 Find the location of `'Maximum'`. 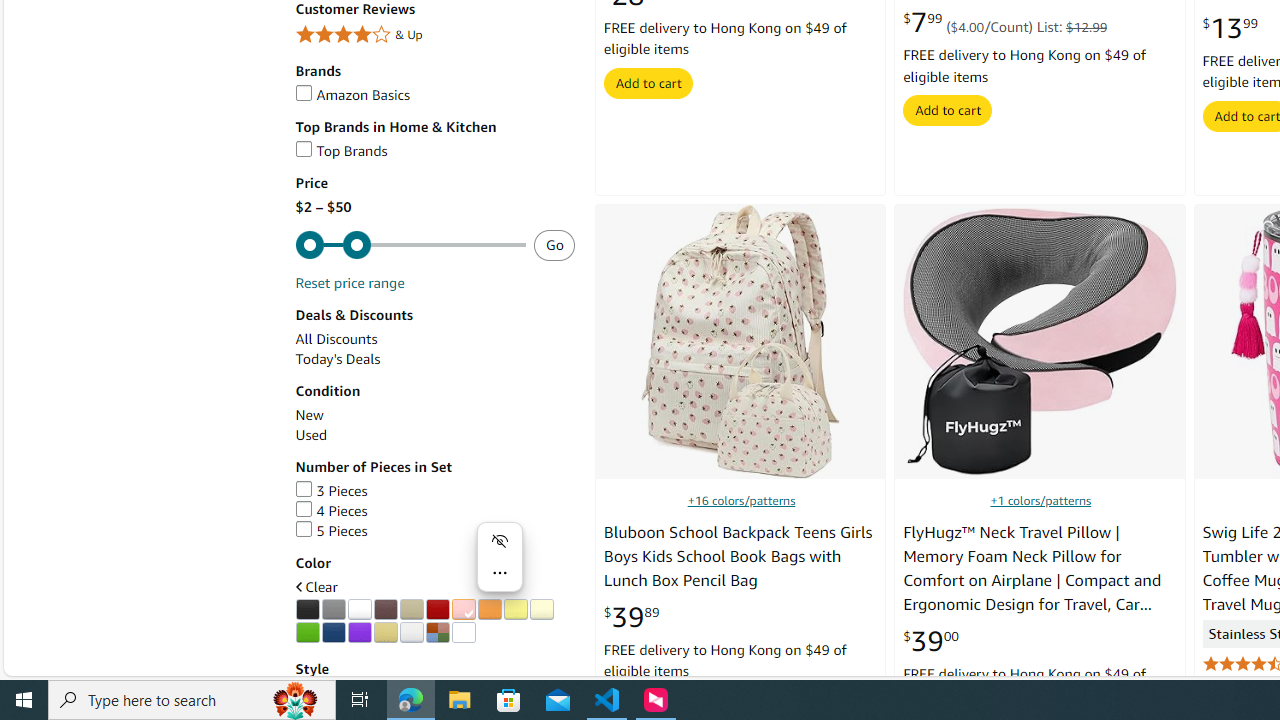

'Maximum' is located at coordinates (409, 244).